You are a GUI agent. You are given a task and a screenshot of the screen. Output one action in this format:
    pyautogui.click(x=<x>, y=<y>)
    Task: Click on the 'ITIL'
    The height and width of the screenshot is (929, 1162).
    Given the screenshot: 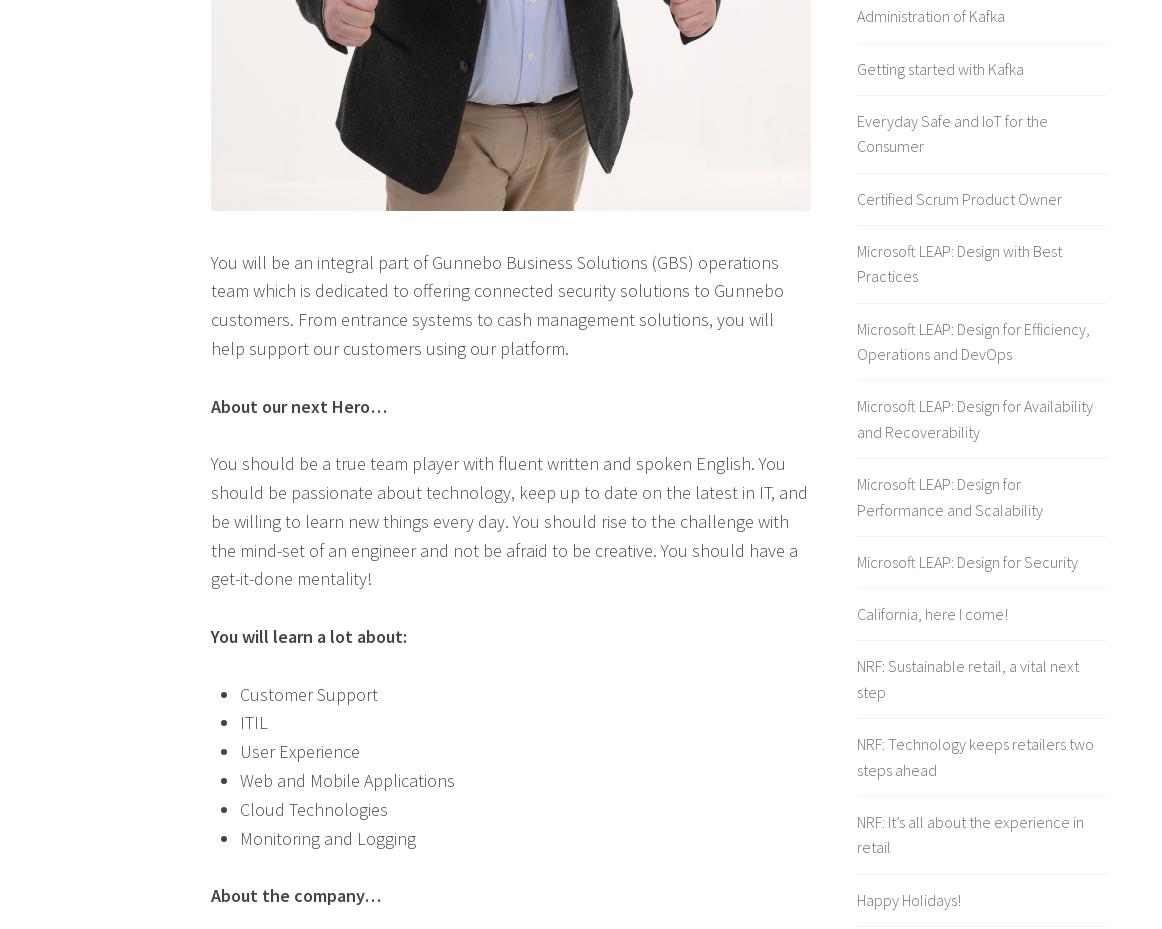 What is the action you would take?
    pyautogui.click(x=252, y=722)
    